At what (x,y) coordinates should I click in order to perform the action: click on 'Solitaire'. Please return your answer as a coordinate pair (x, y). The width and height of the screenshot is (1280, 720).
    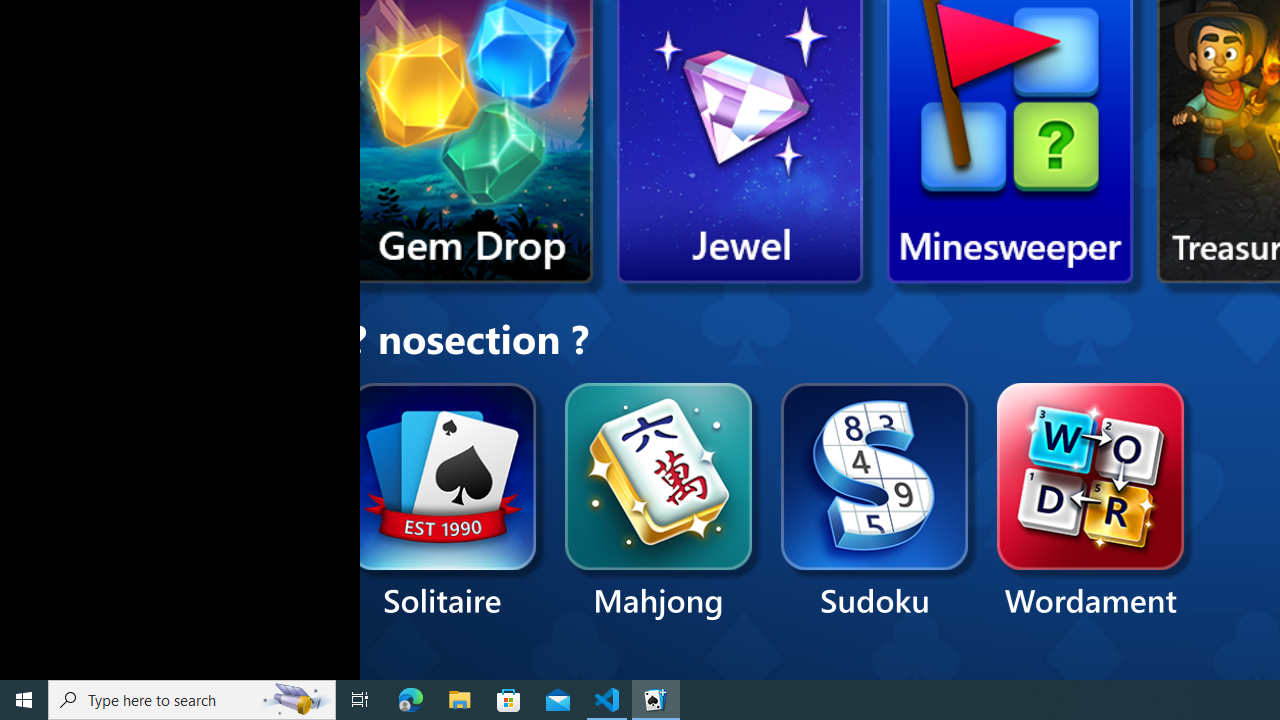
    Looking at the image, I should click on (441, 501).